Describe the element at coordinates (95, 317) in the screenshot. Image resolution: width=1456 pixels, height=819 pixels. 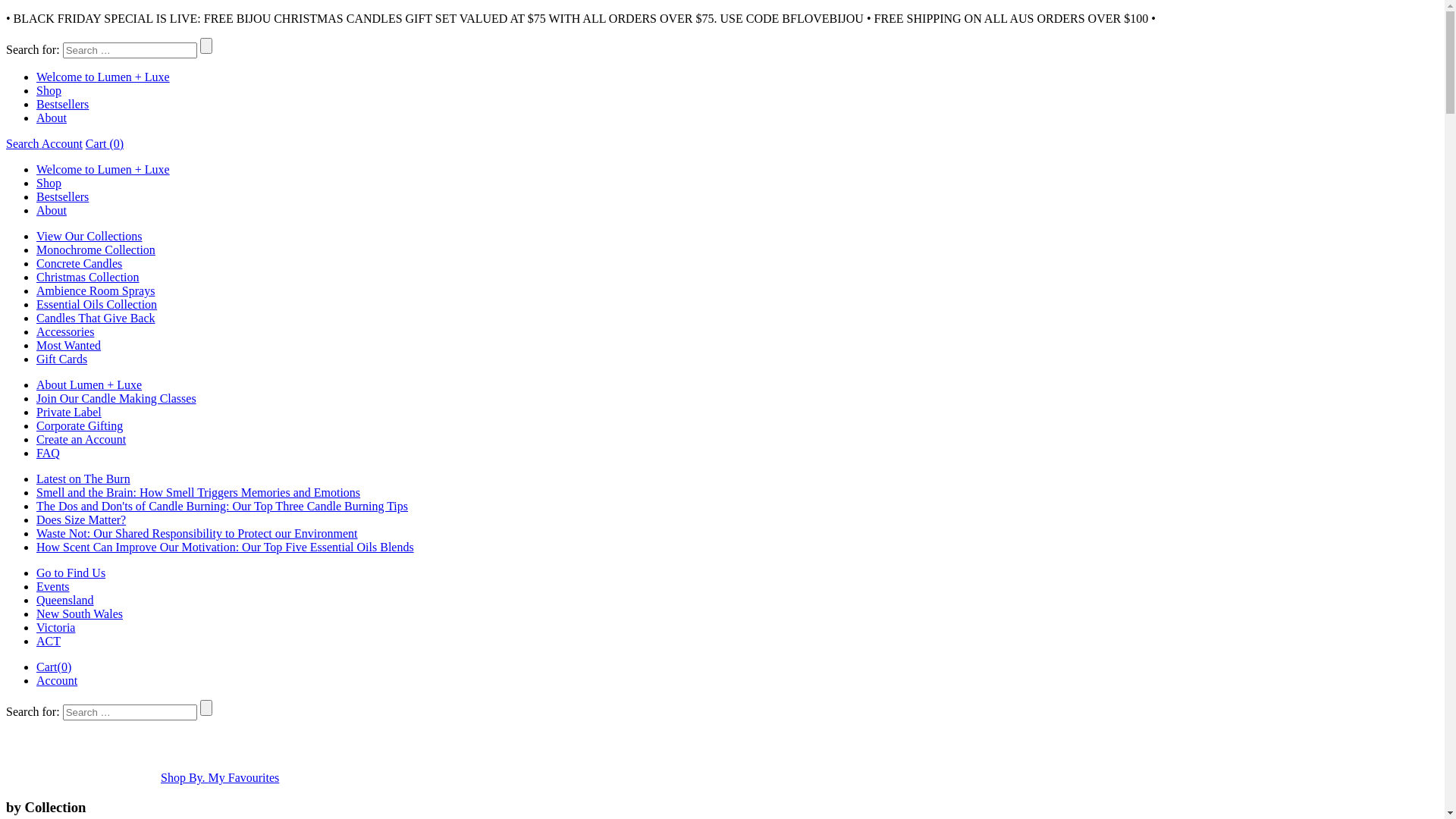
I see `'Candles That Give Back'` at that location.